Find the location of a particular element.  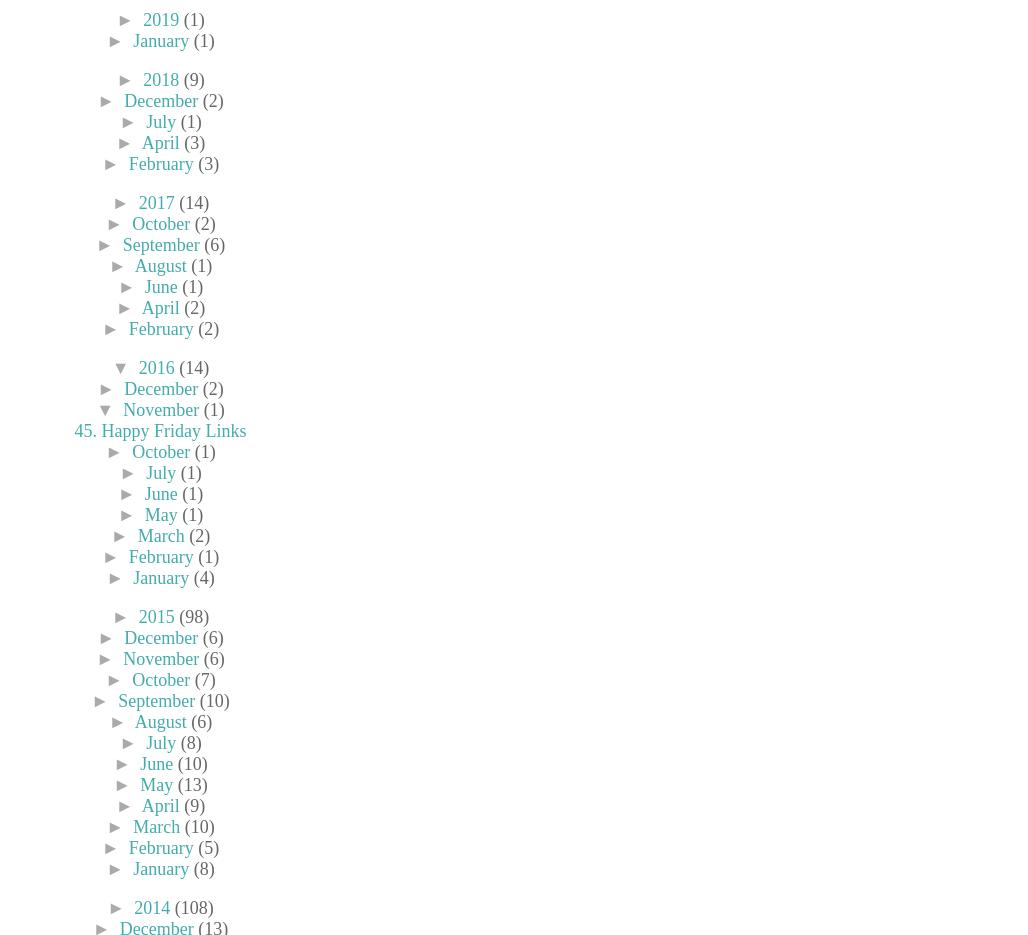

'(5)' is located at coordinates (207, 848).